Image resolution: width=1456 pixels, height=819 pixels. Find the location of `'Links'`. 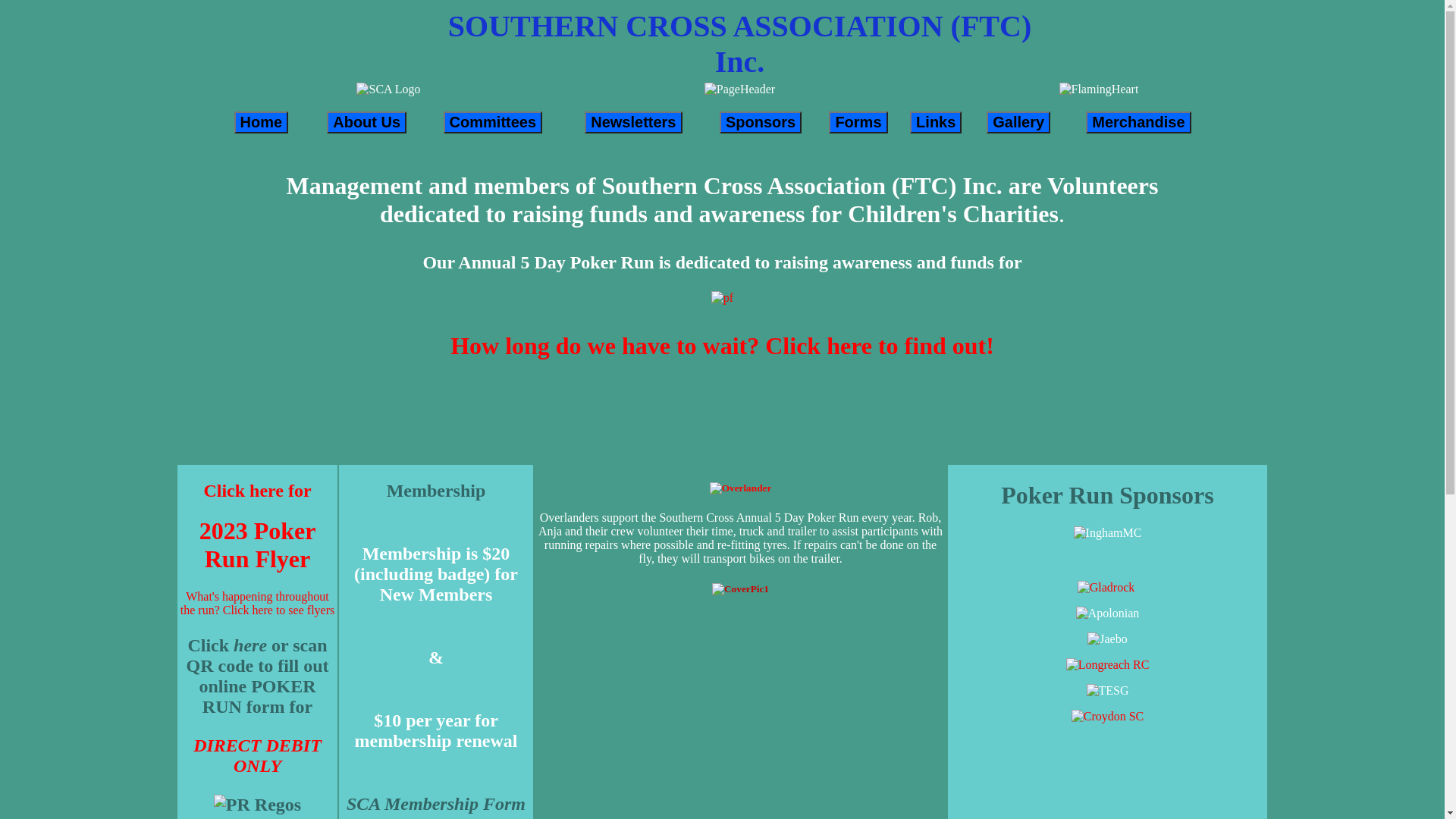

'Links' is located at coordinates (934, 121).